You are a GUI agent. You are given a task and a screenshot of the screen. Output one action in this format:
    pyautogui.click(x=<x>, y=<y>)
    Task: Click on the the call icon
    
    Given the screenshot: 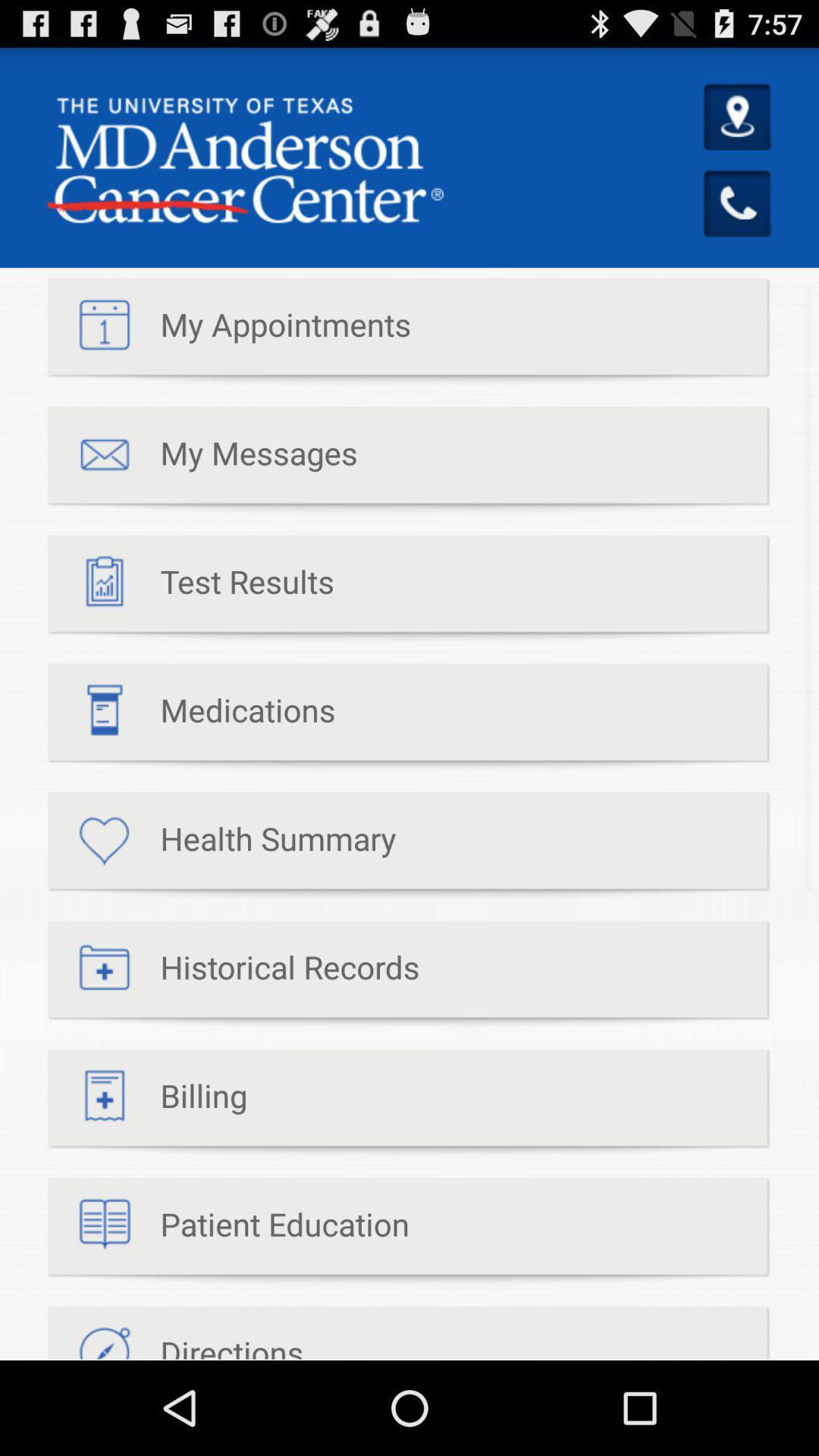 What is the action you would take?
    pyautogui.click(x=738, y=223)
    